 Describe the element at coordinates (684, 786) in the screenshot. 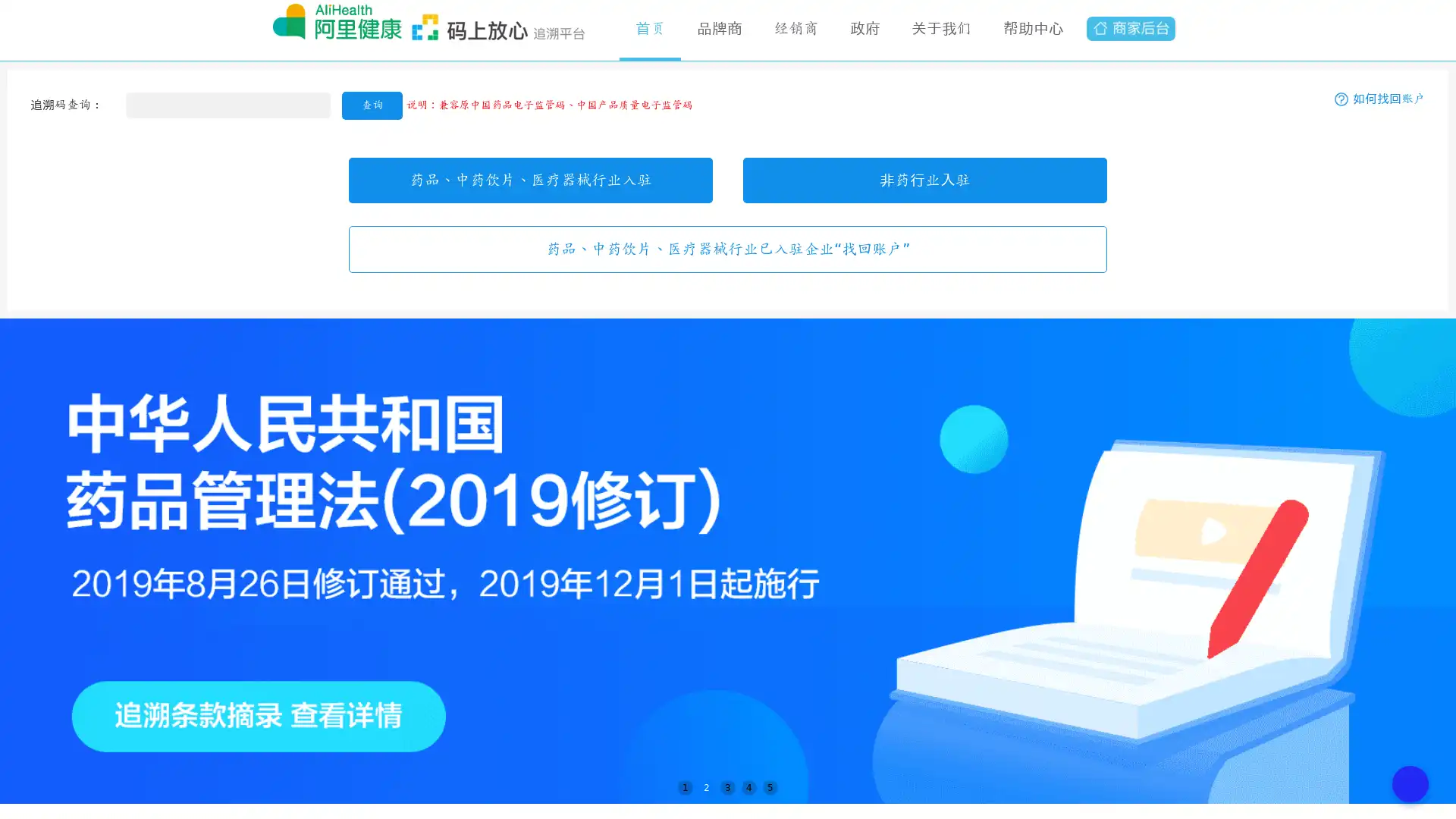

I see `Go to slide 1` at that location.